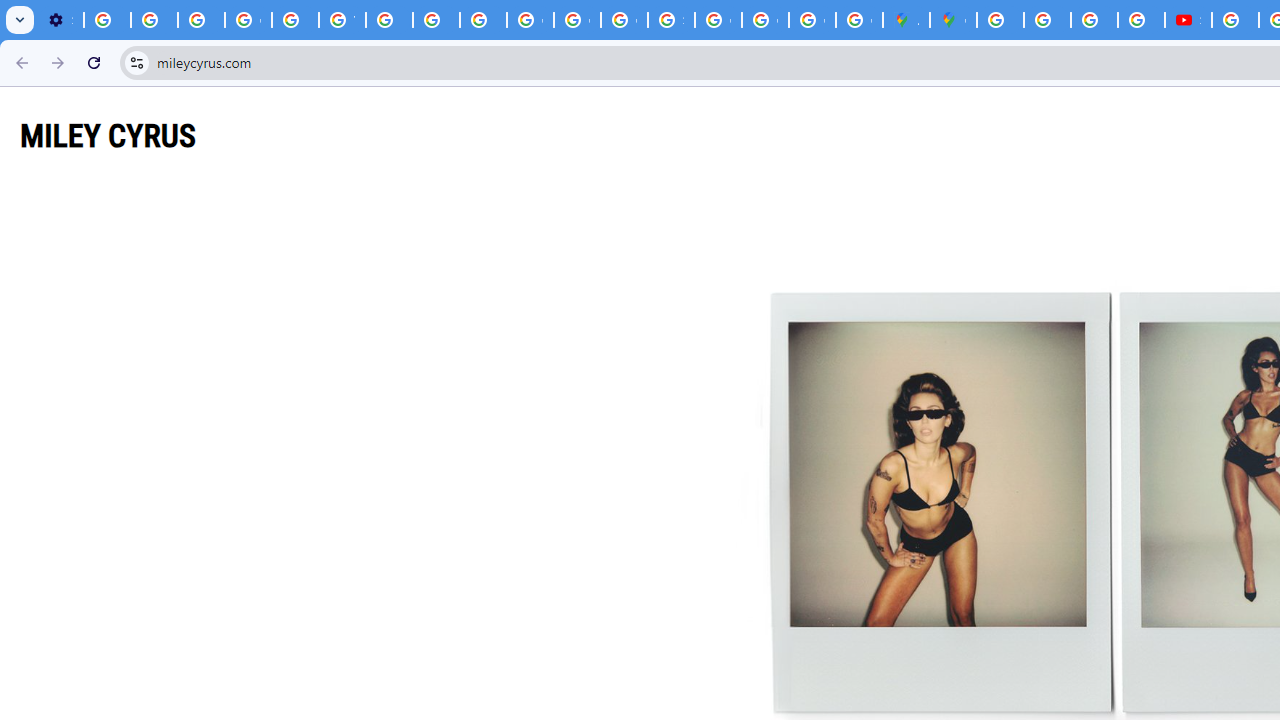 Image resolution: width=1280 pixels, height=720 pixels. Describe the element at coordinates (60, 20) in the screenshot. I see `'Settings - Customize profile'` at that location.